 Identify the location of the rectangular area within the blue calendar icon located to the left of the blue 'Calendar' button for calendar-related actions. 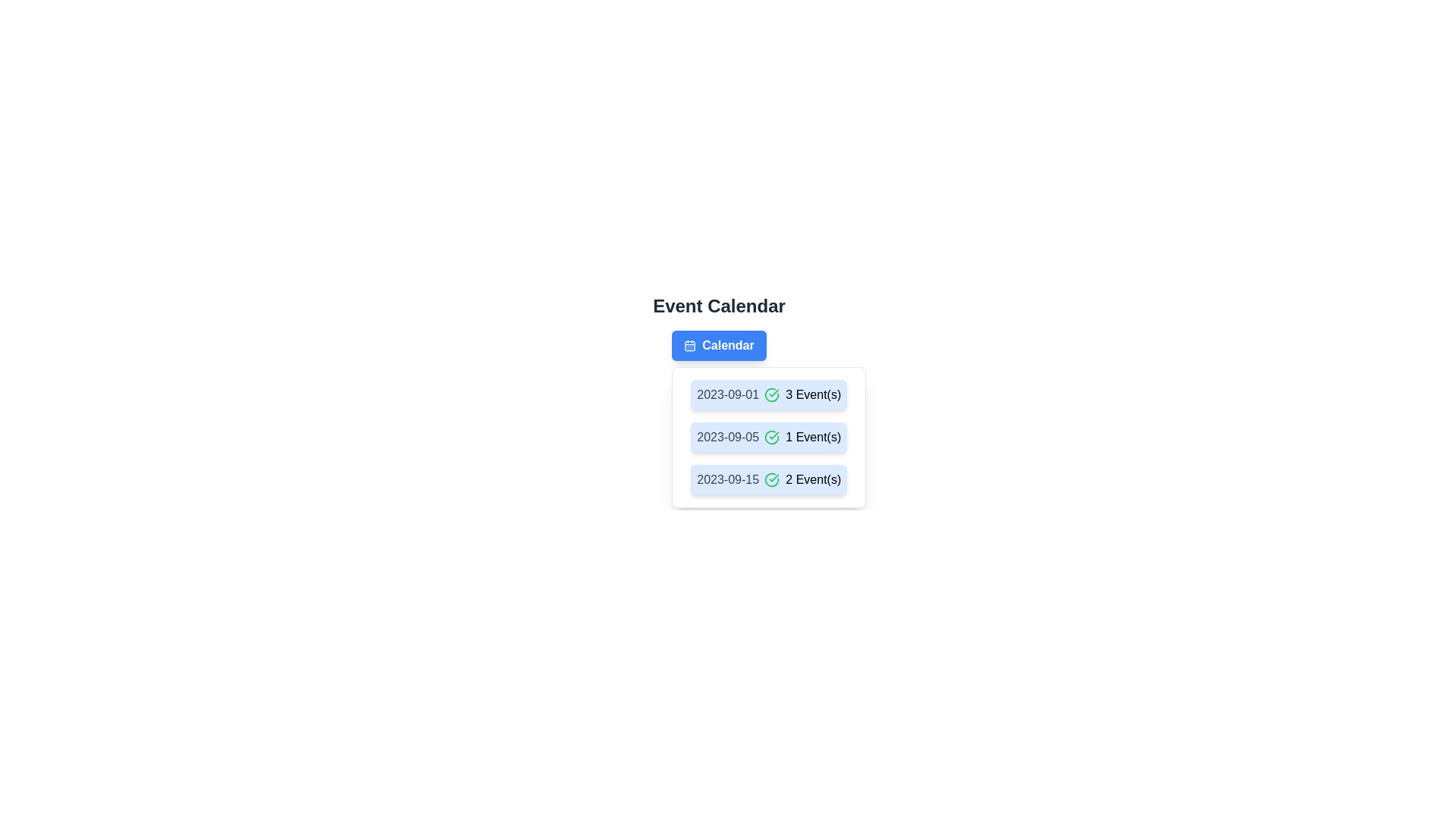
(689, 346).